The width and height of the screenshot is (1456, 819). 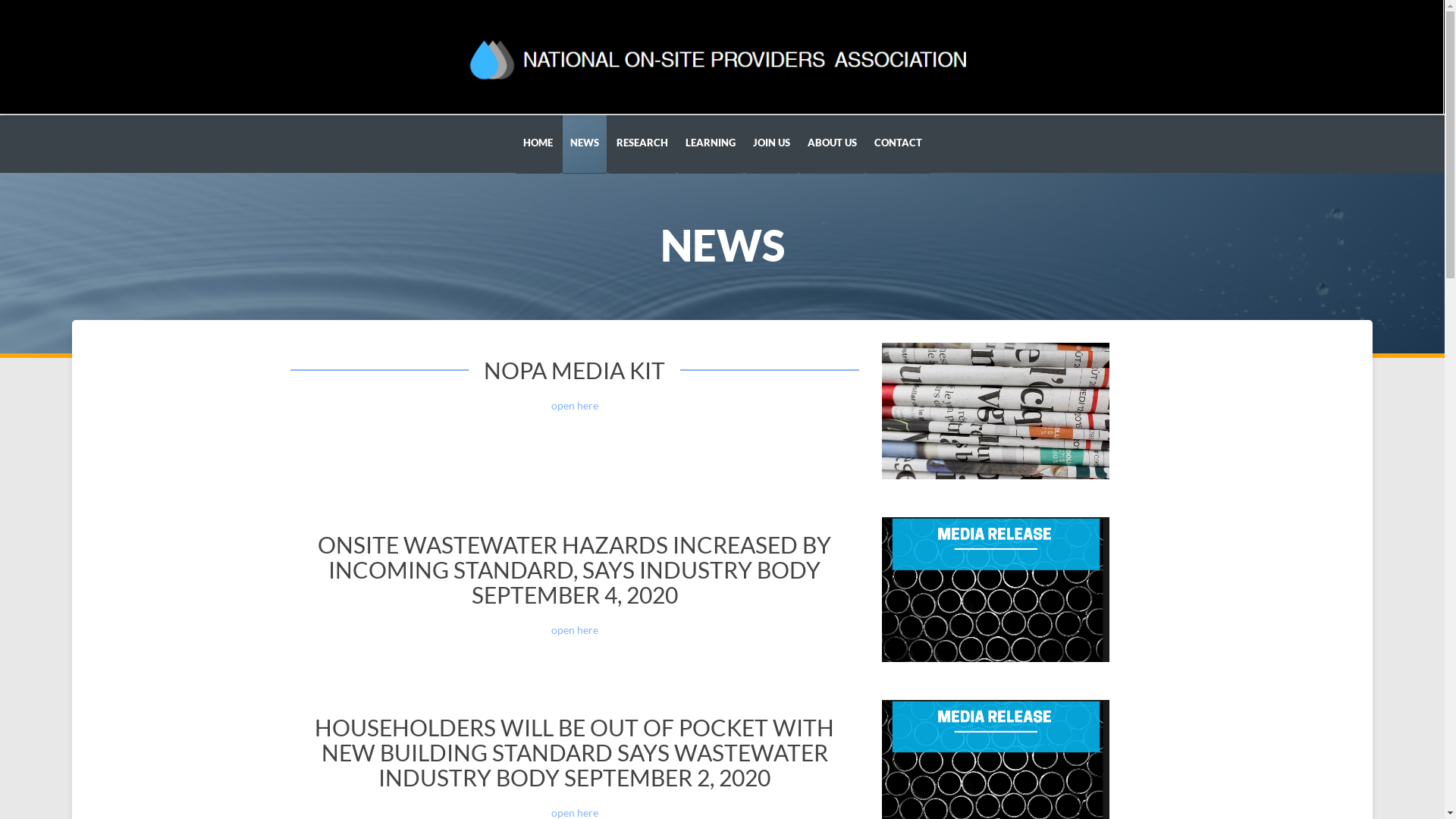 What do you see at coordinates (709, 144) in the screenshot?
I see `'LEARNING'` at bounding box center [709, 144].